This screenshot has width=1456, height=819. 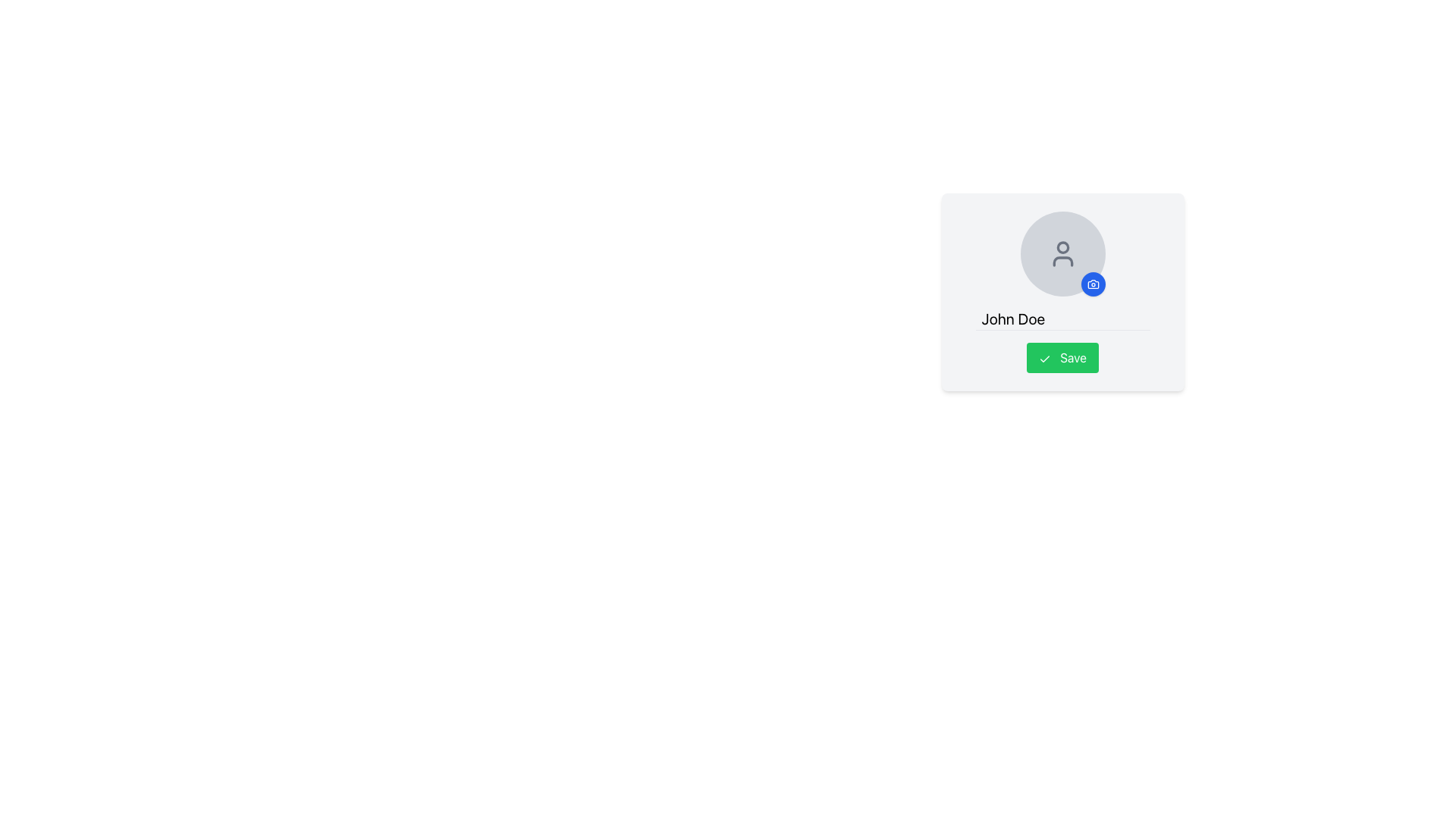 What do you see at coordinates (1043, 359) in the screenshot?
I see `the checkmark icon located on the left side of the 'Save' button, which is positioned below the name 'John Doe.'` at bounding box center [1043, 359].